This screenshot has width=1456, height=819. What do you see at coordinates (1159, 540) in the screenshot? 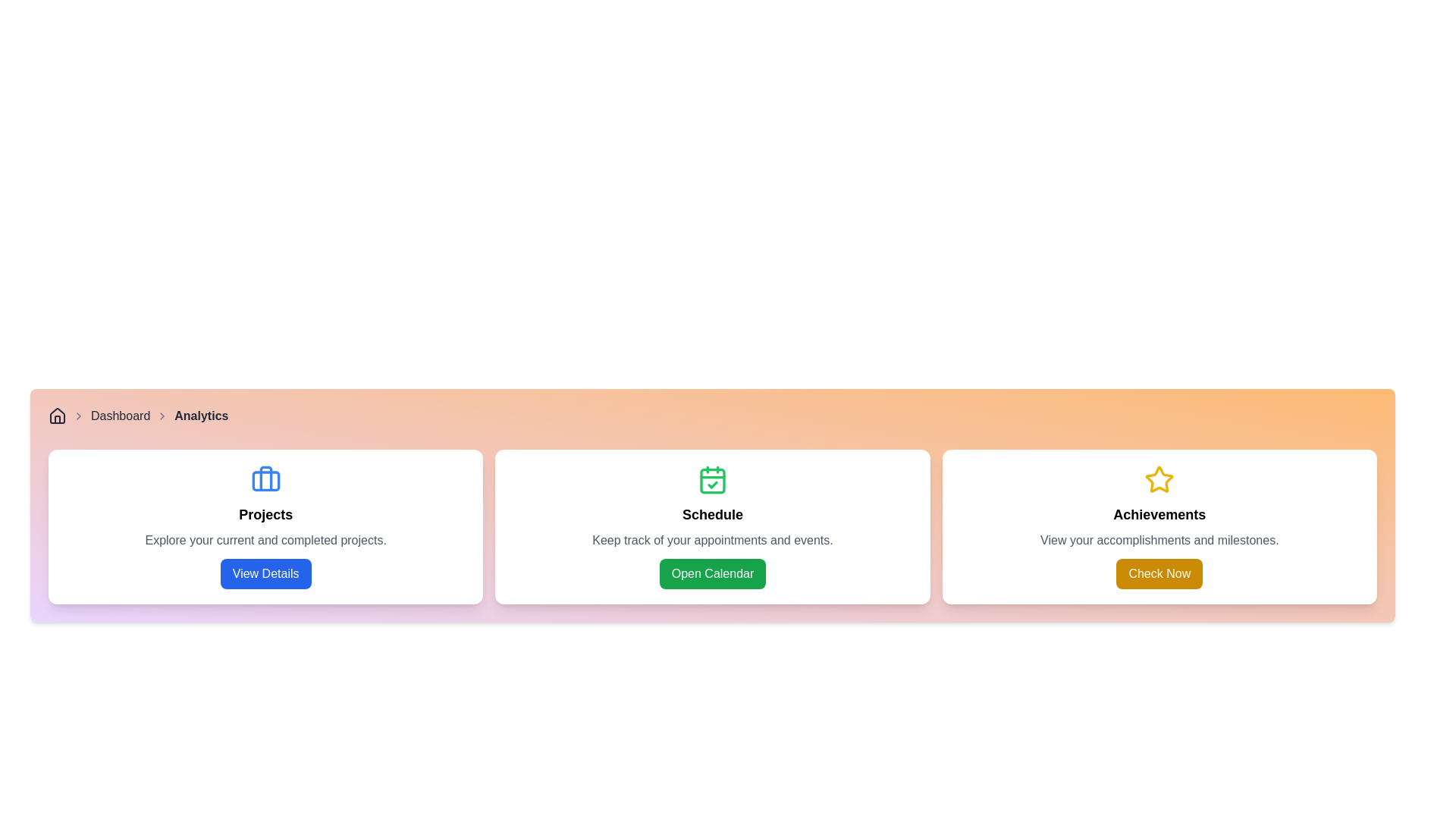
I see `the static text that reads 'View your accomplishments and milestones', located in the 'Achievements' section beneath the larger title and above the yellow 'Check Now' button` at bounding box center [1159, 540].